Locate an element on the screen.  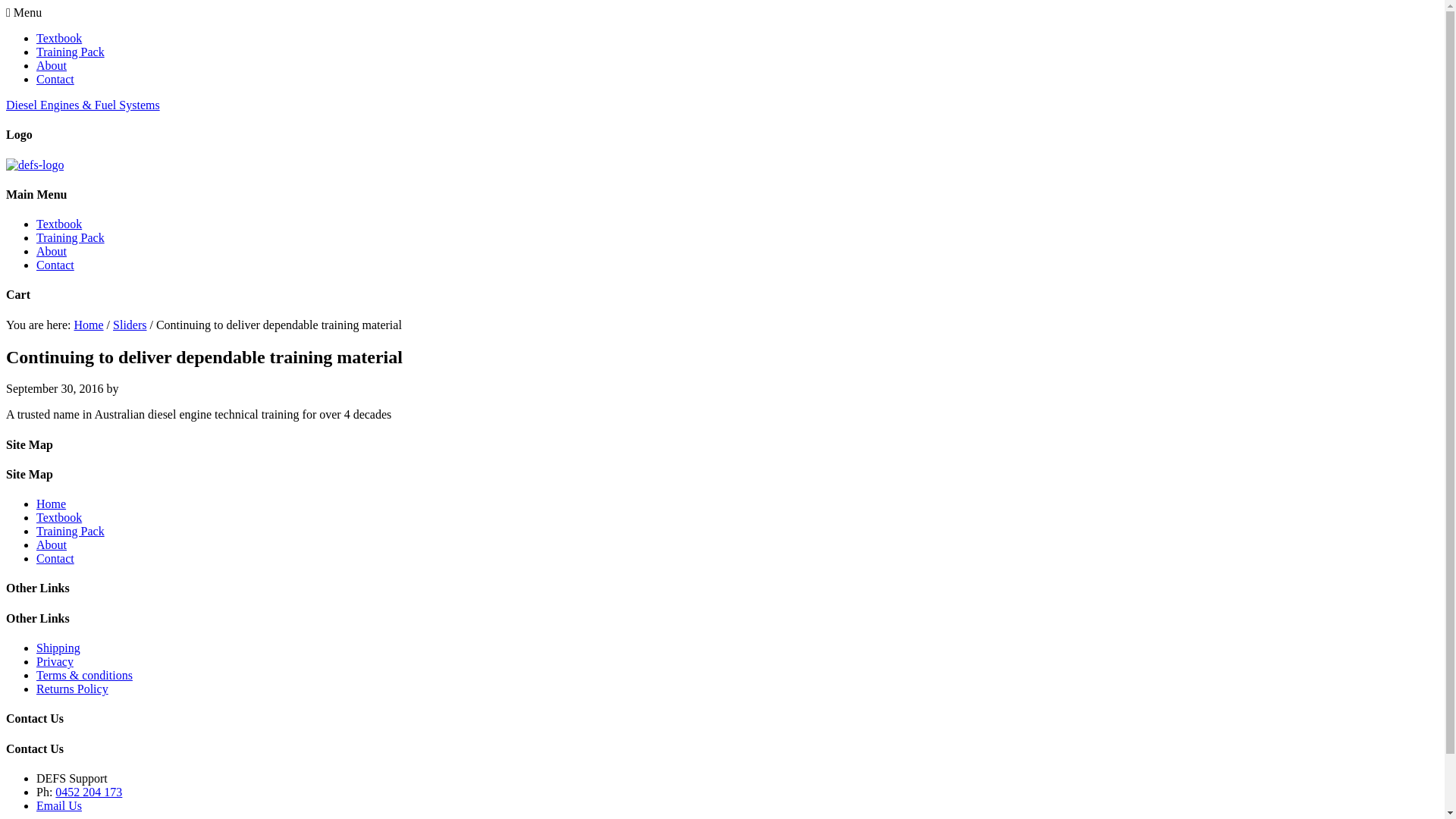
'0452 204 173' is located at coordinates (87, 791).